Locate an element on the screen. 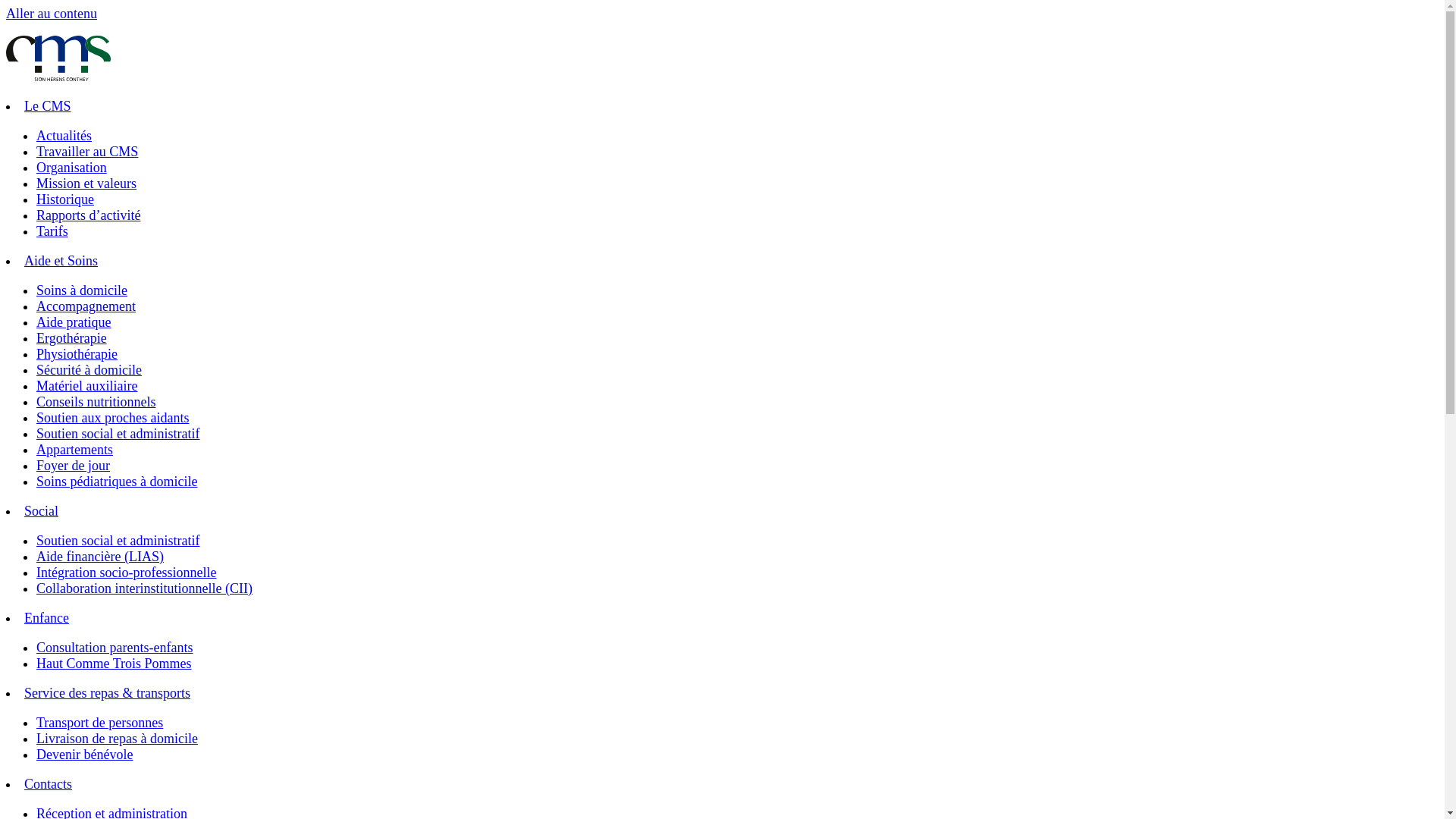 The height and width of the screenshot is (819, 1456). 'Foyer de jour' is located at coordinates (36, 464).